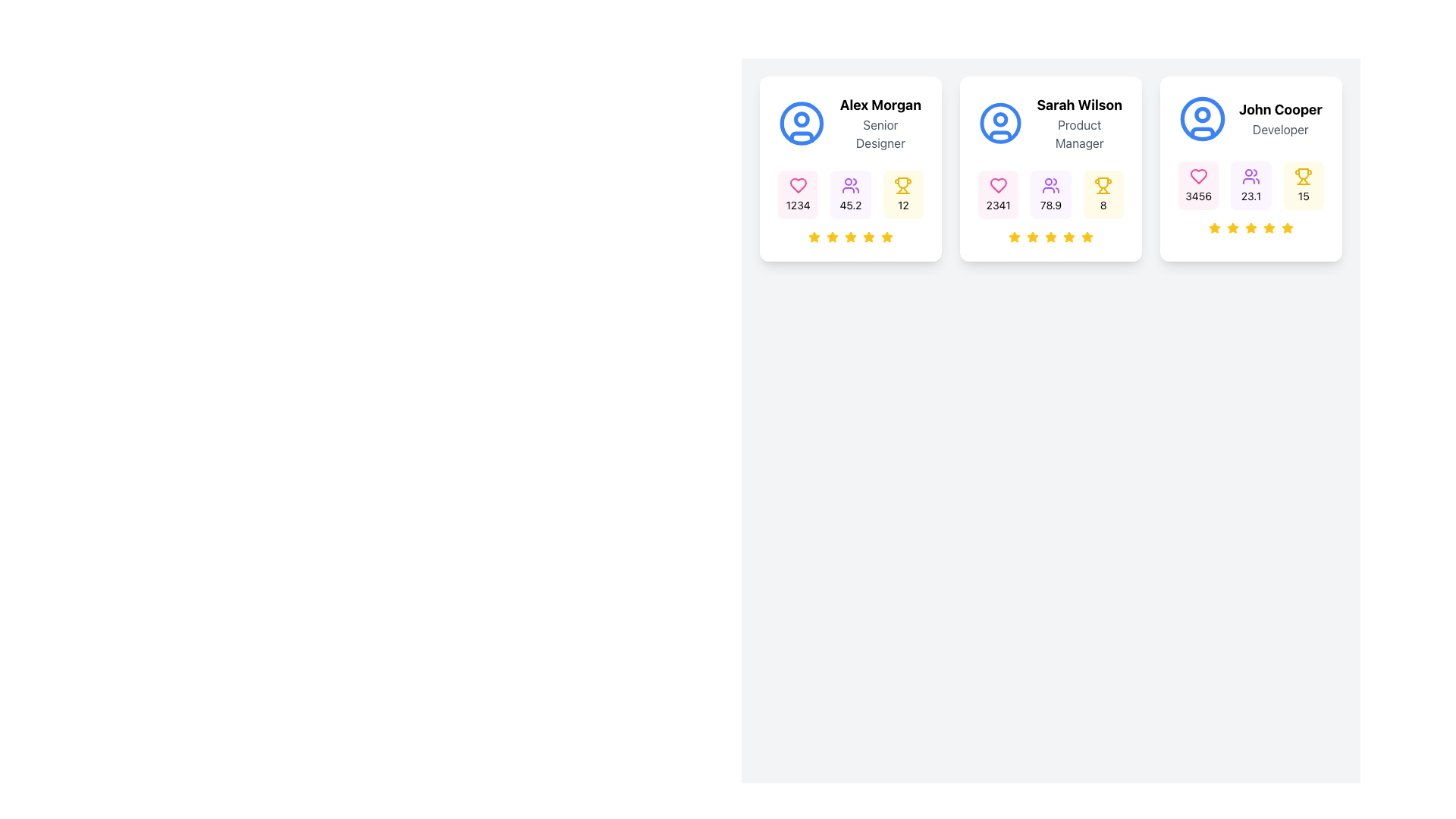  Describe the element at coordinates (1103, 194) in the screenshot. I see `the awards, achievements, or trophies icon and text combination located in the bottom row of Sarah Wilson's card, specifically the third from the left position` at that location.